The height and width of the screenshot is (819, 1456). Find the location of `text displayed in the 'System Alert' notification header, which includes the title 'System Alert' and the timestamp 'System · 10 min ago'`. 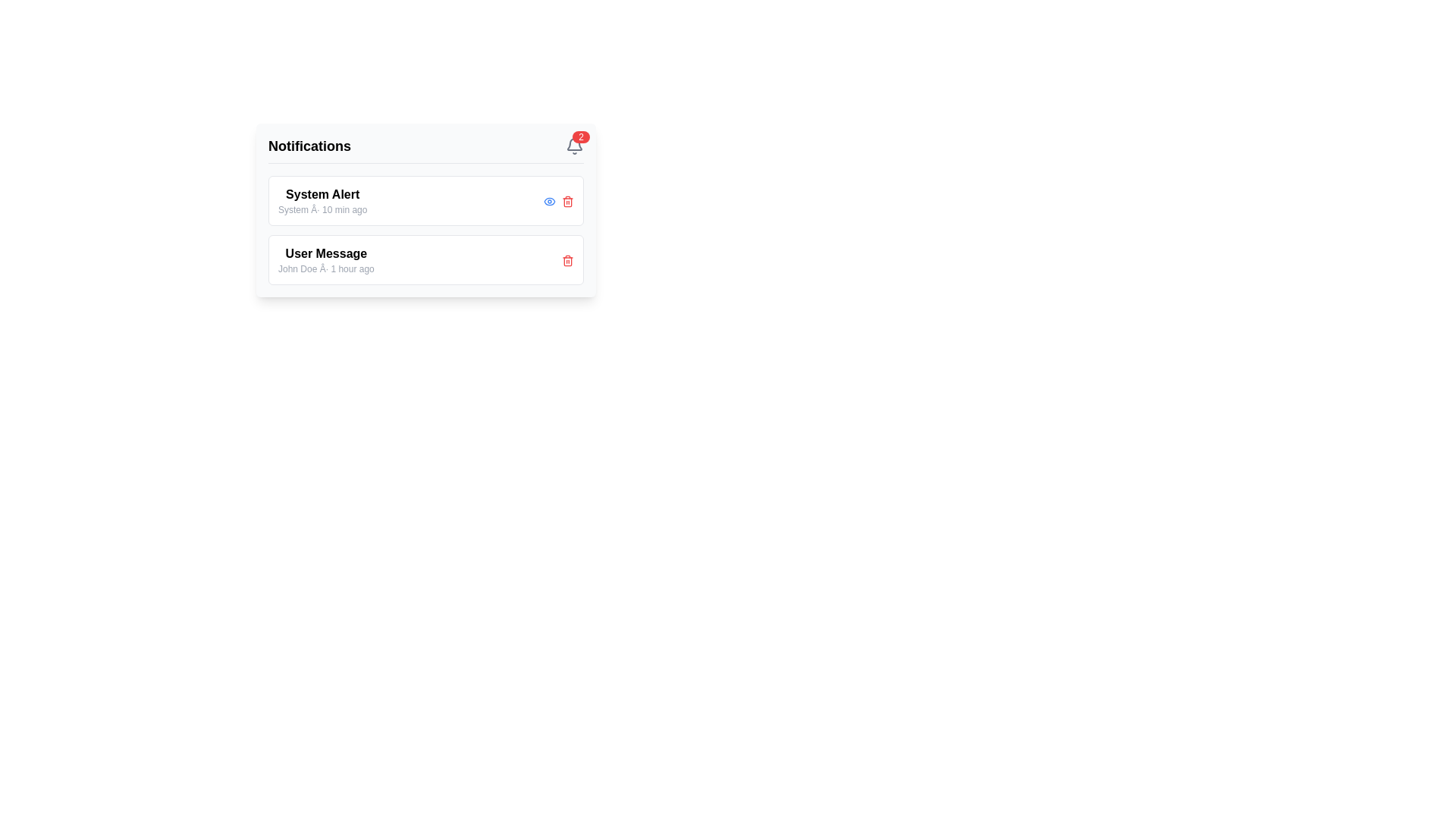

text displayed in the 'System Alert' notification header, which includes the title 'System Alert' and the timestamp 'System · 10 min ago' is located at coordinates (322, 200).